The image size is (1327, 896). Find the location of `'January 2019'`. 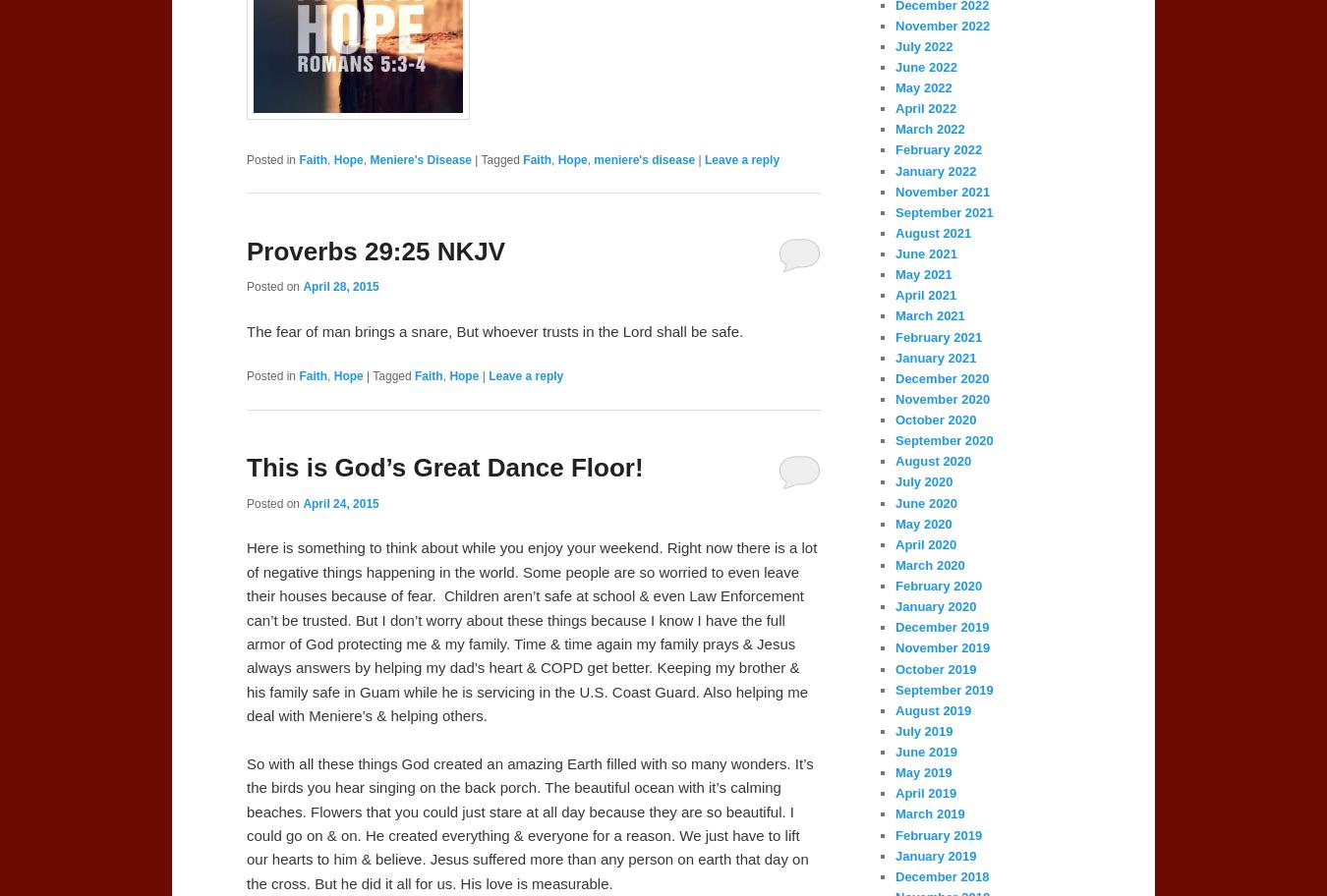

'January 2019' is located at coordinates (935, 855).